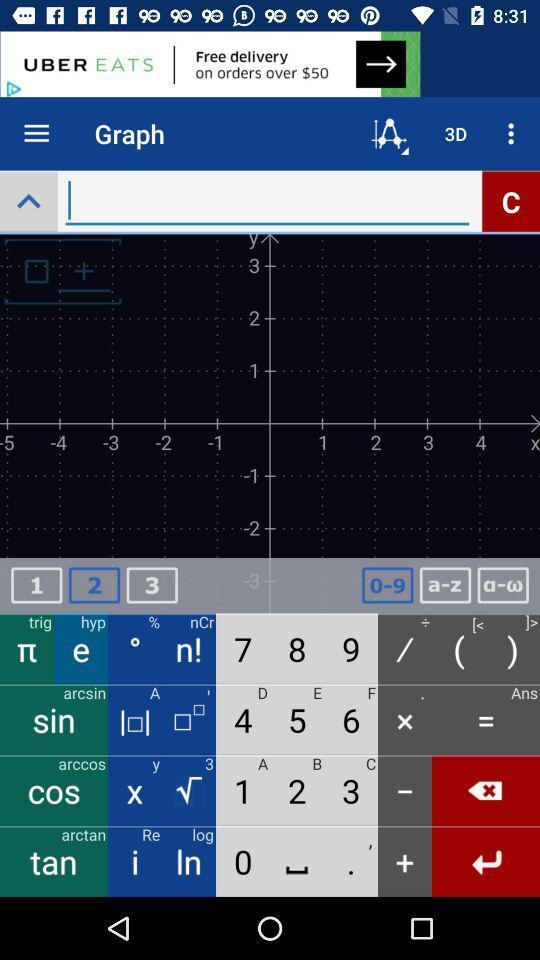 The width and height of the screenshot is (540, 960). Describe the element at coordinates (27, 201) in the screenshot. I see `the expand_less icon` at that location.